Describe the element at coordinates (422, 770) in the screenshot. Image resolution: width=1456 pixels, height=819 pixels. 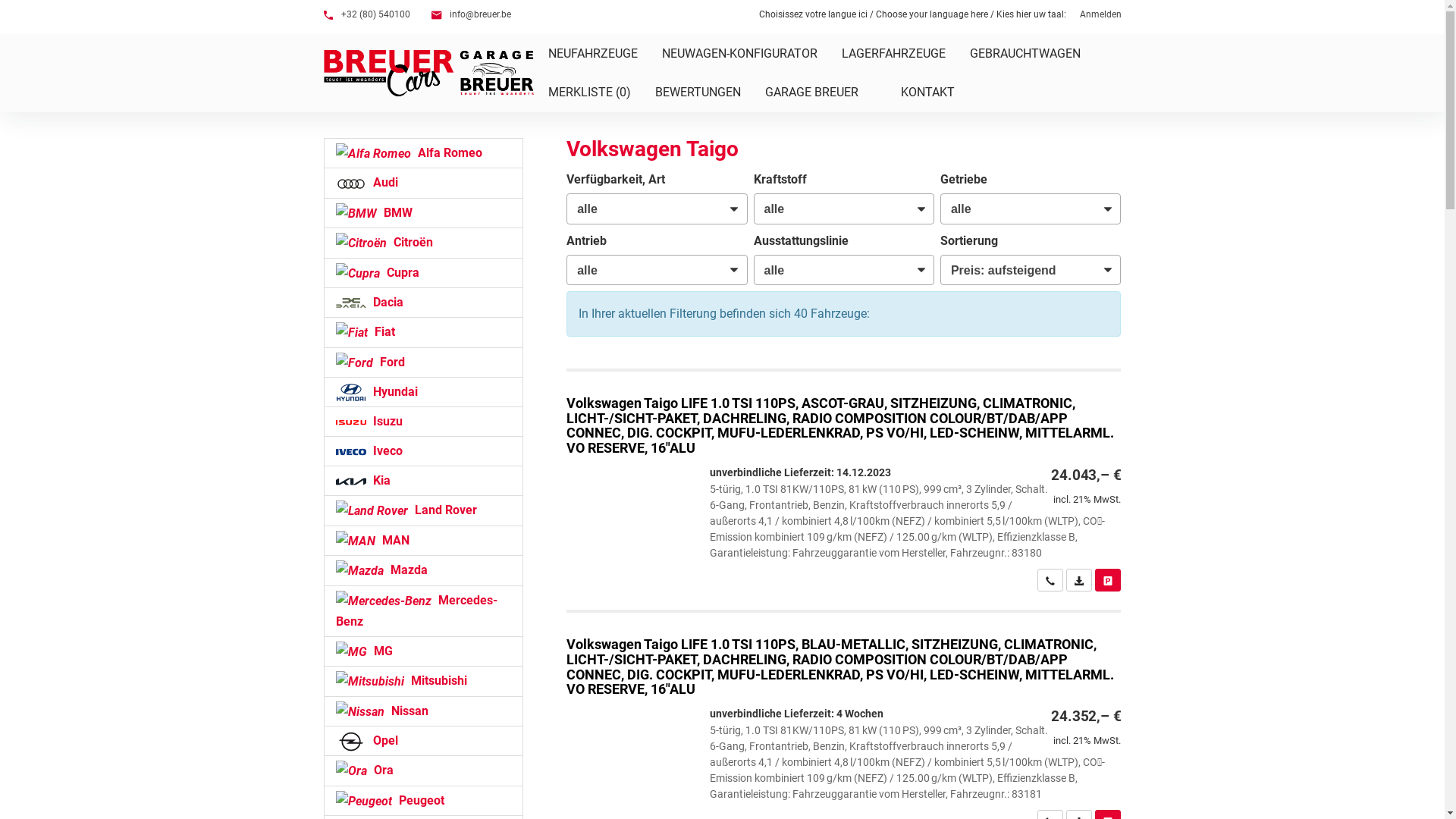
I see `'Ora'` at that location.